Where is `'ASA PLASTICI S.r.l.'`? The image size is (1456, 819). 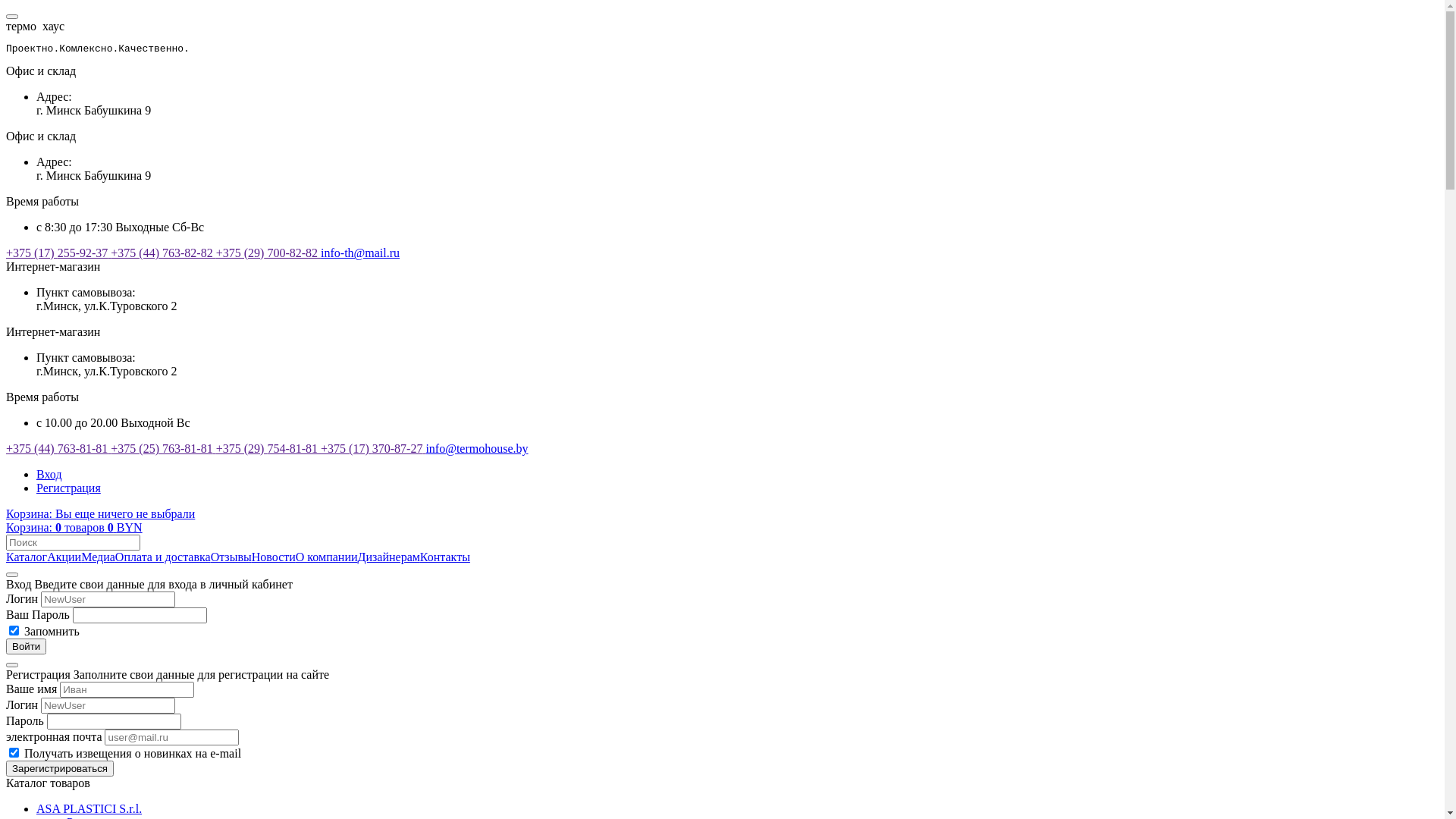 'ASA PLASTICI S.r.l.' is located at coordinates (36, 808).